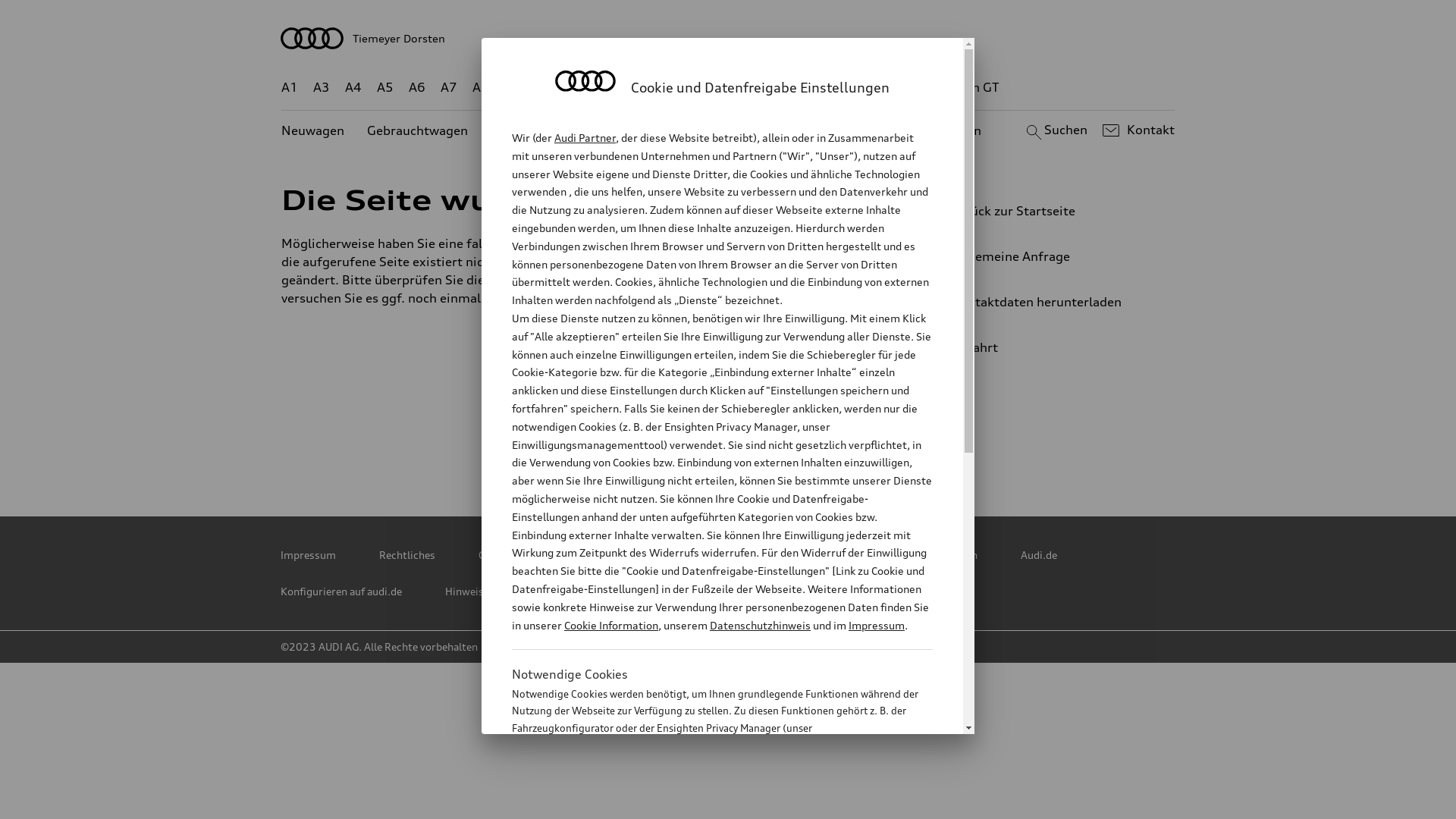 This screenshot has width=1456, height=819. Describe the element at coordinates (709, 625) in the screenshot. I see `'Datenschutzhinweis'` at that location.